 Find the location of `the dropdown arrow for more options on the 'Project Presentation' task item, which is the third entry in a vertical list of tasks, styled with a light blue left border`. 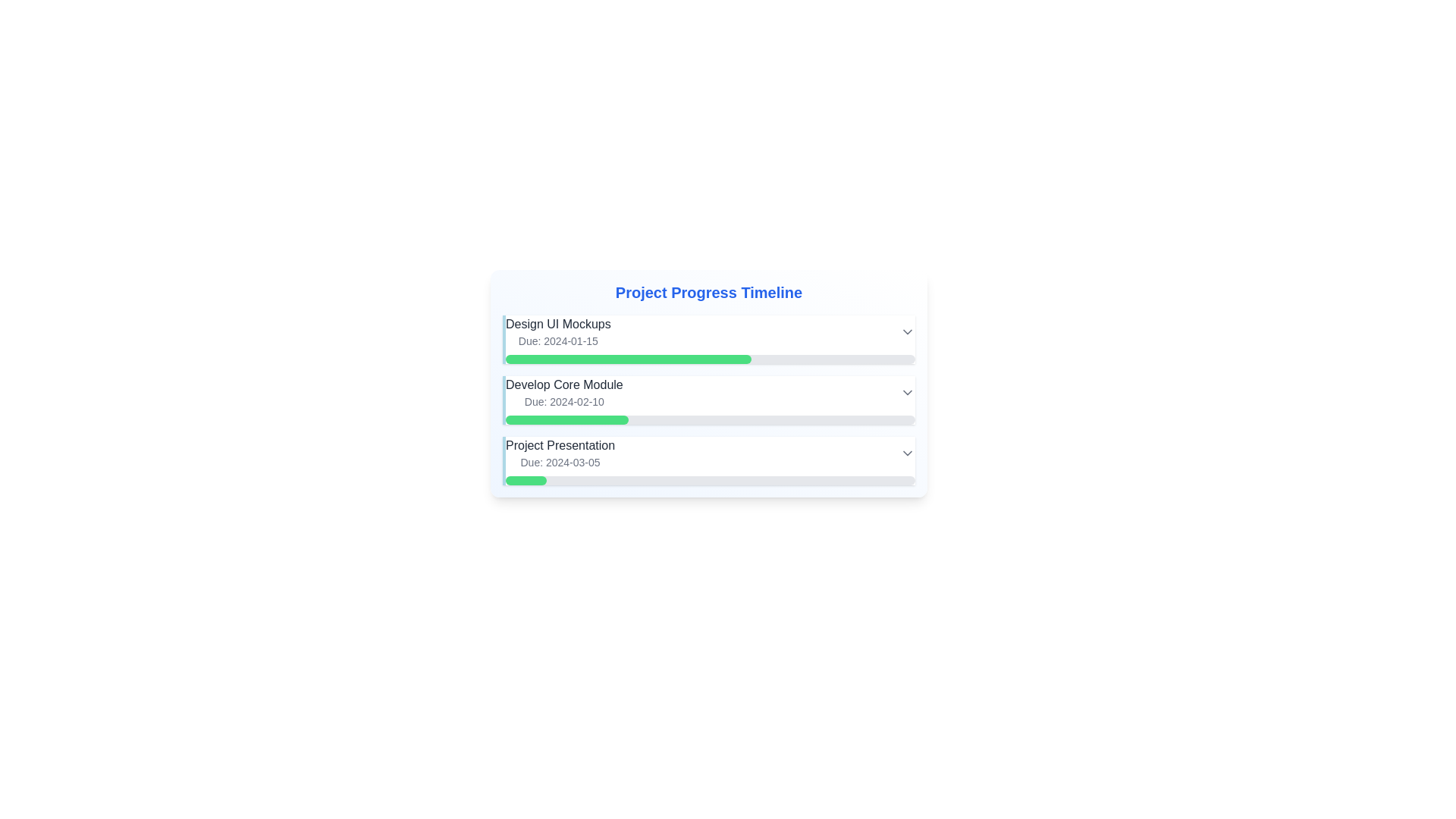

the dropdown arrow for more options on the 'Project Presentation' task item, which is the third entry in a vertical list of tasks, styled with a light blue left border is located at coordinates (708, 460).